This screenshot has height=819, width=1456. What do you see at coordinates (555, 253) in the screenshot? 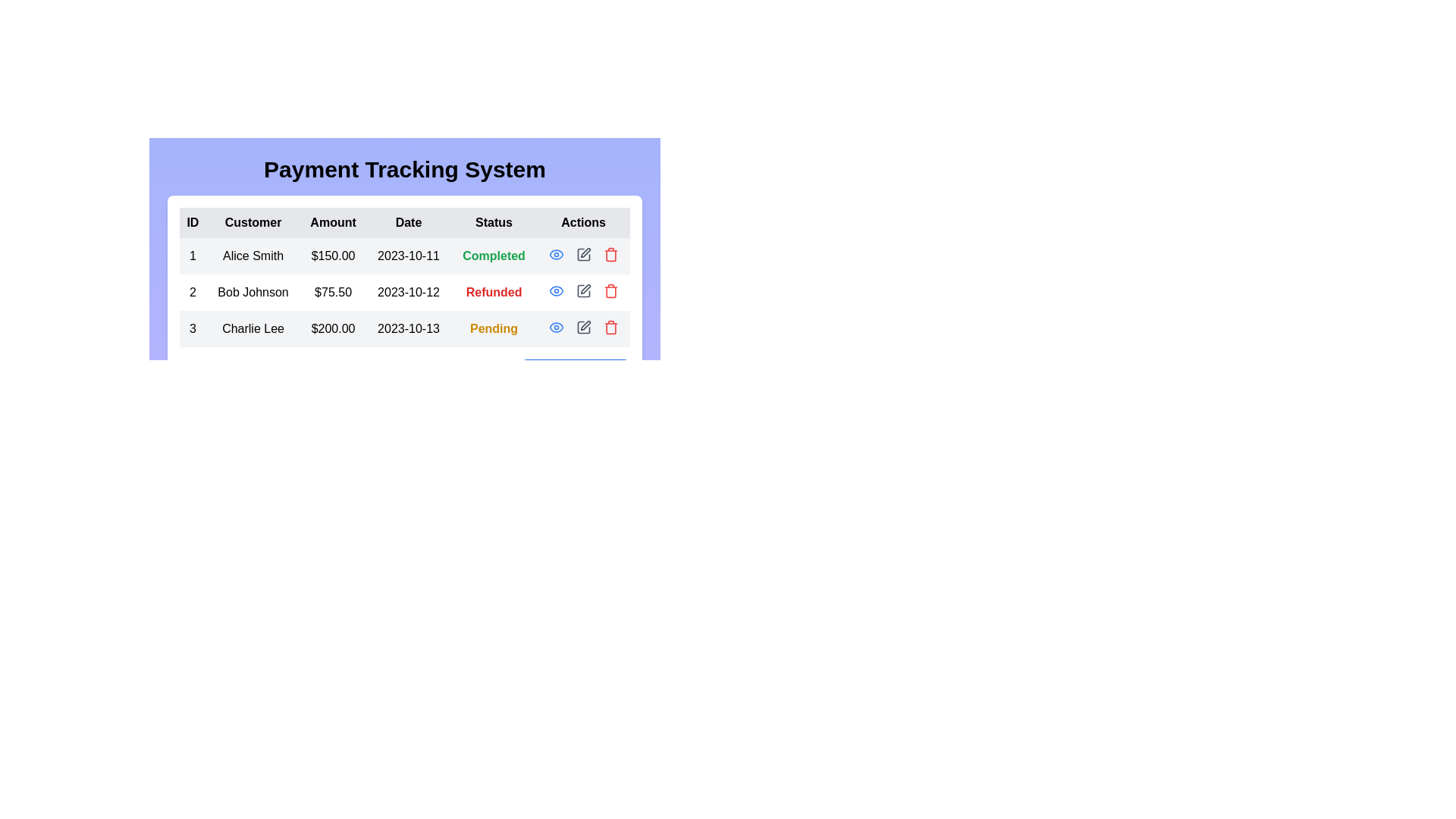
I see `the outer shape of the eye icon in the 'Actions' column of the third row` at bounding box center [555, 253].